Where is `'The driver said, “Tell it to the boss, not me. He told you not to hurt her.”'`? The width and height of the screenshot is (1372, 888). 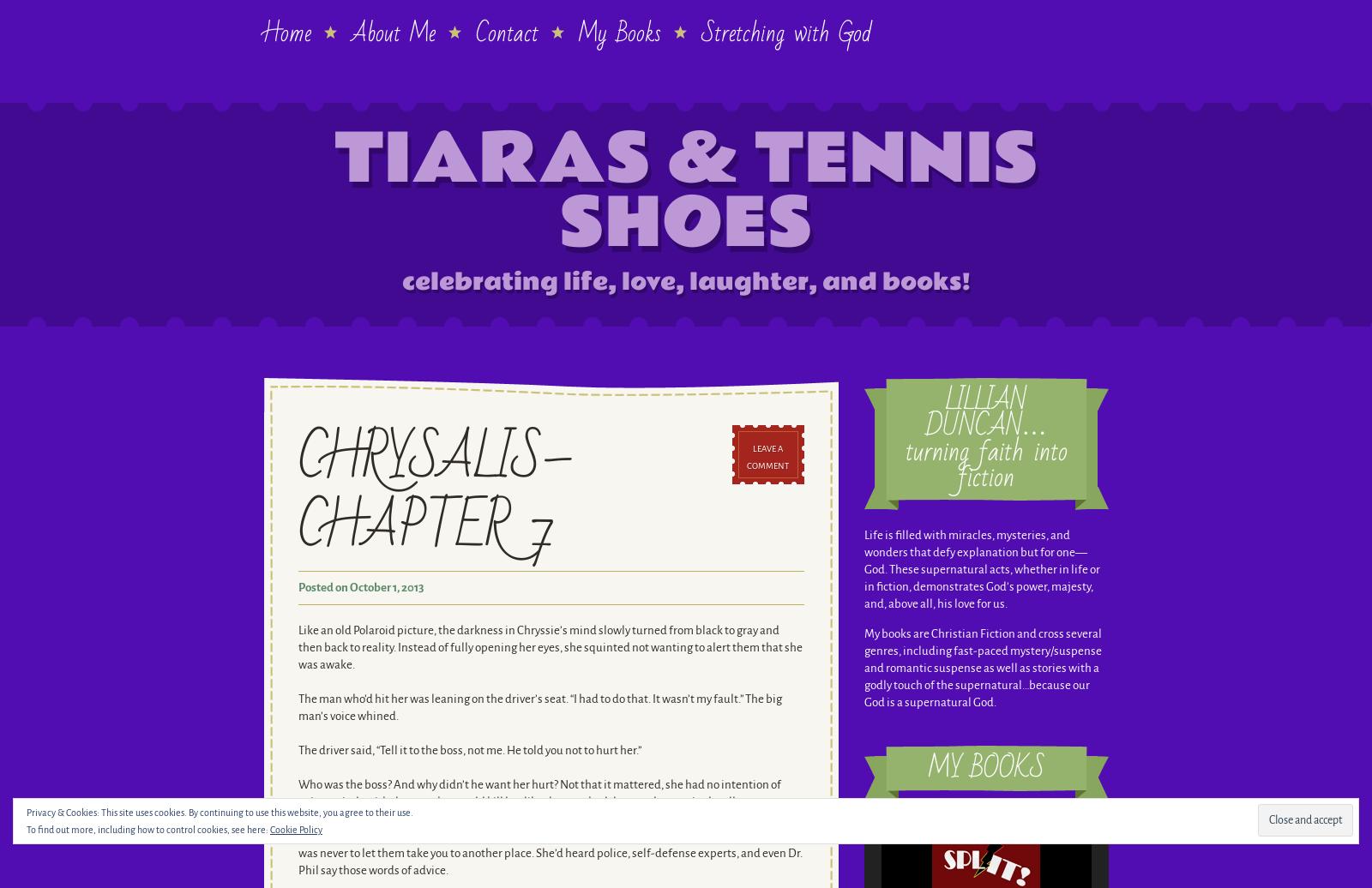 'The driver said, “Tell it to the boss, not me. He told you not to hurt her.”' is located at coordinates (298, 750).